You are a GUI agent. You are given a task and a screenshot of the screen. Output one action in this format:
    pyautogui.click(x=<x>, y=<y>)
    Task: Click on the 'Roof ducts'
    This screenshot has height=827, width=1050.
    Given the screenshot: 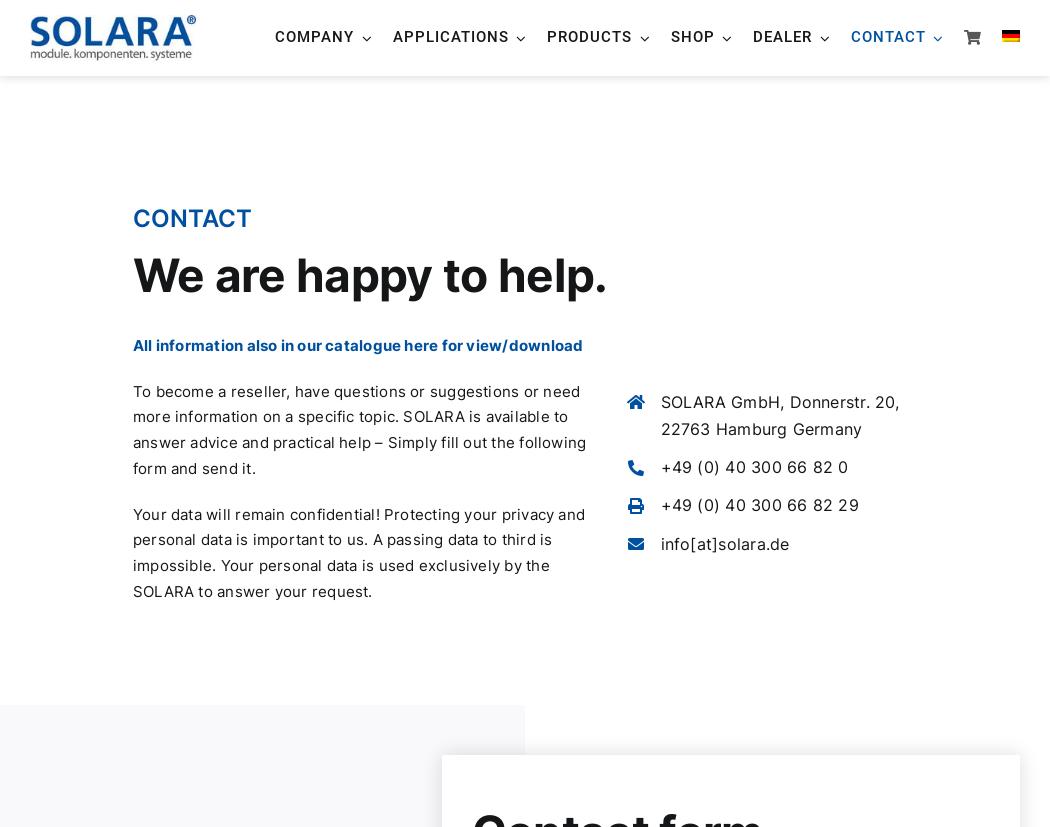 What is the action you would take?
    pyautogui.click(x=738, y=267)
    